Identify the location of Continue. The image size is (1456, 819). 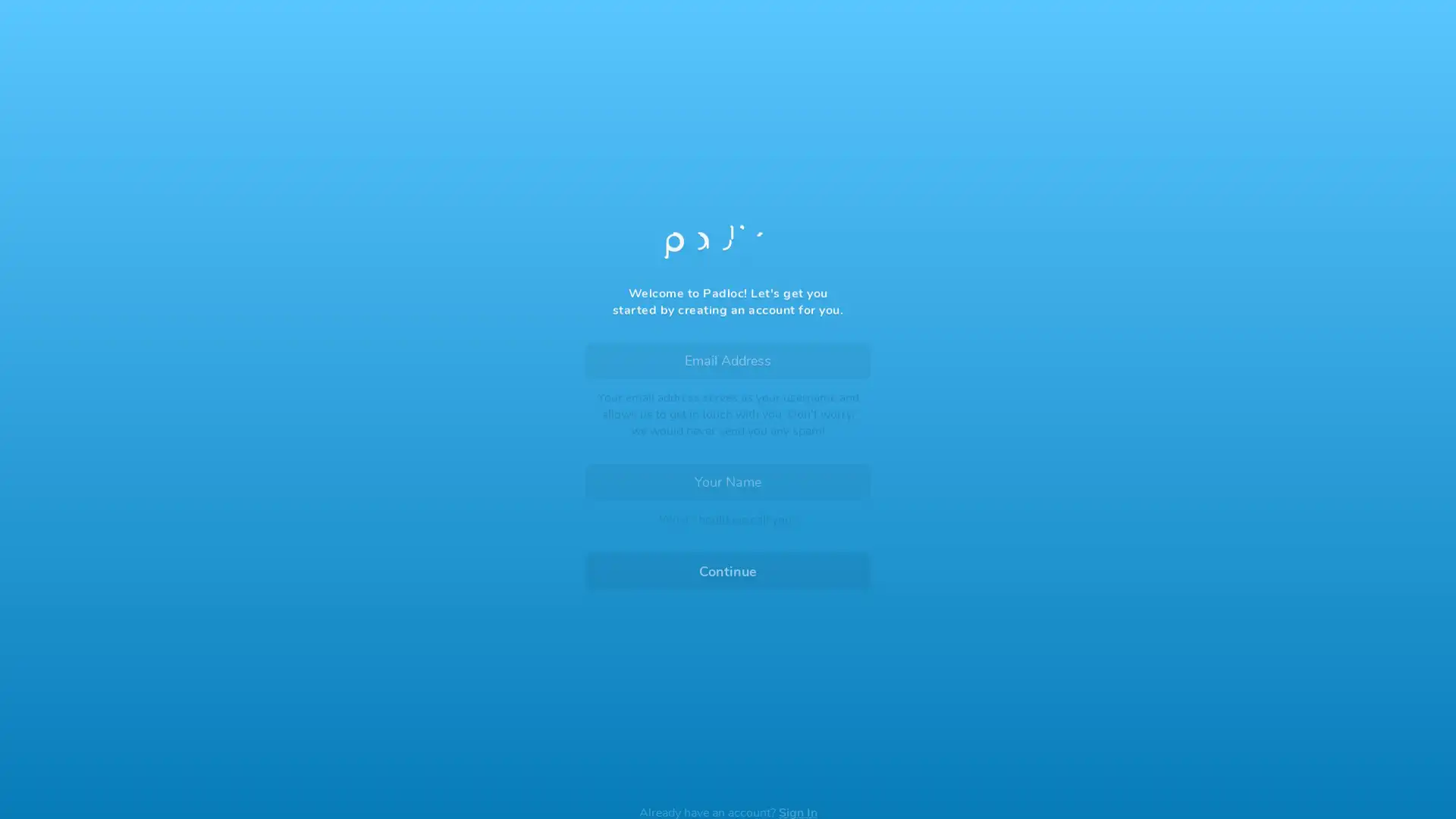
(728, 560).